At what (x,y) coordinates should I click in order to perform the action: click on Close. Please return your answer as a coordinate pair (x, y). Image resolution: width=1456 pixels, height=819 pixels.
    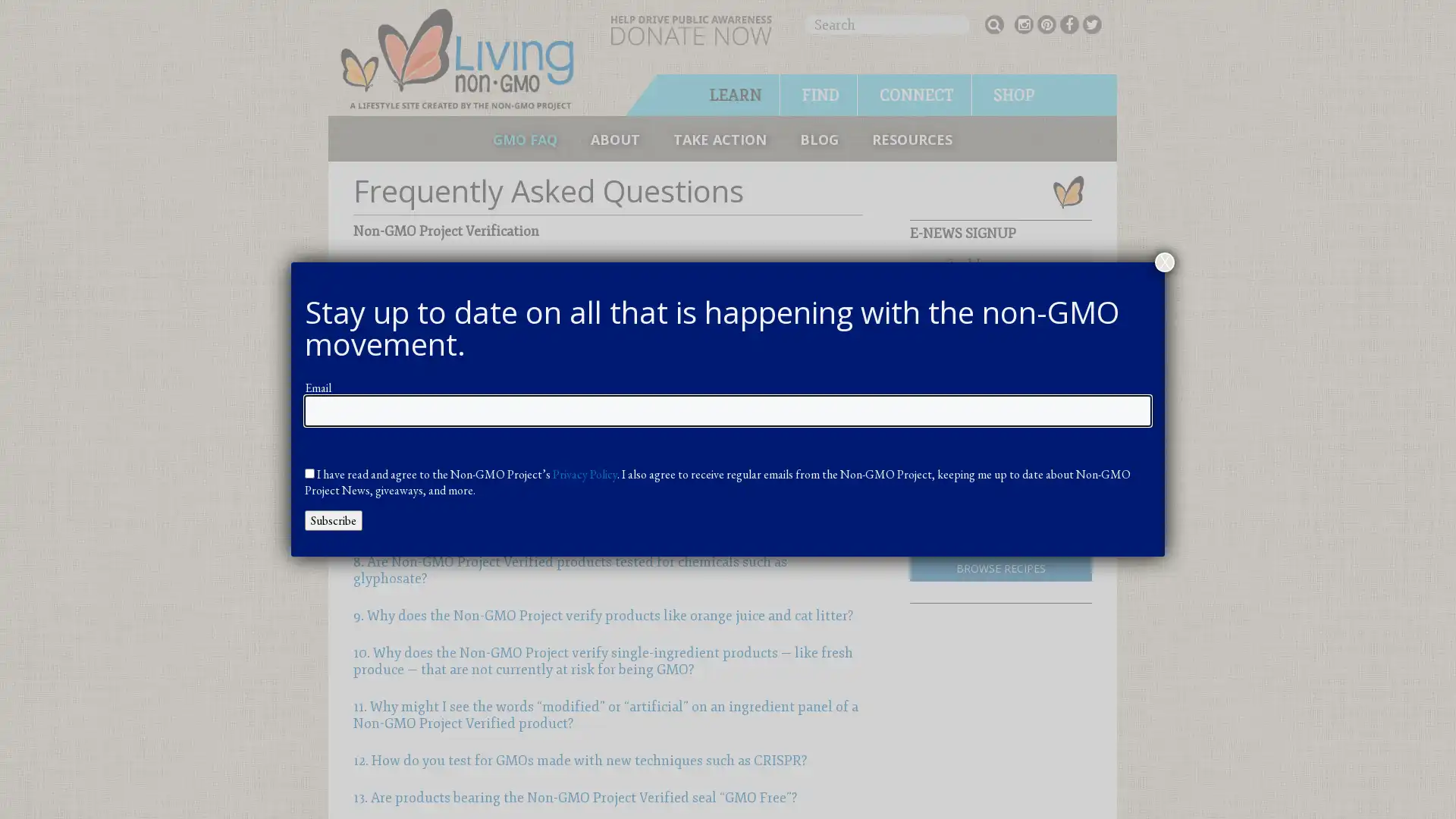
    Looking at the image, I should click on (1430, 702).